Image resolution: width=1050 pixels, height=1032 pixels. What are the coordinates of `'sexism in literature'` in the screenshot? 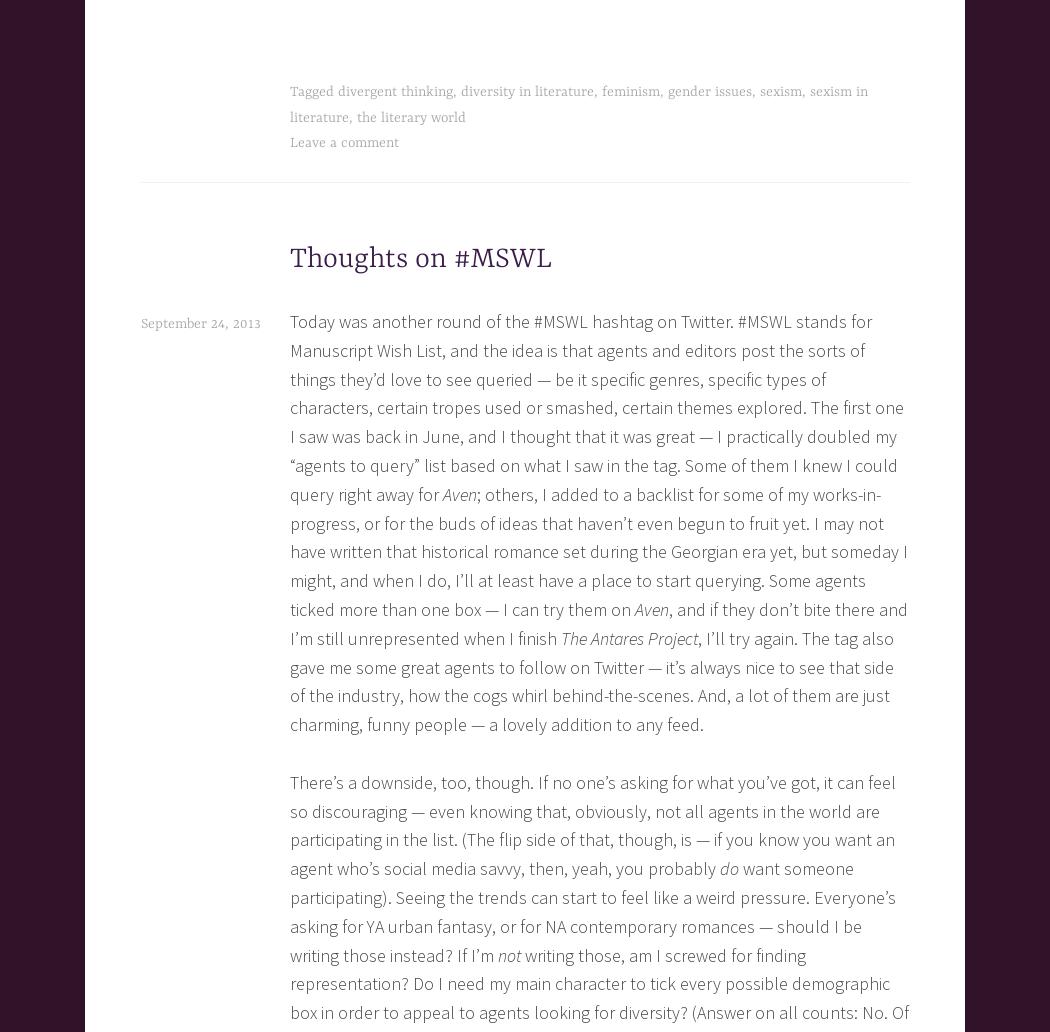 It's located at (577, 104).